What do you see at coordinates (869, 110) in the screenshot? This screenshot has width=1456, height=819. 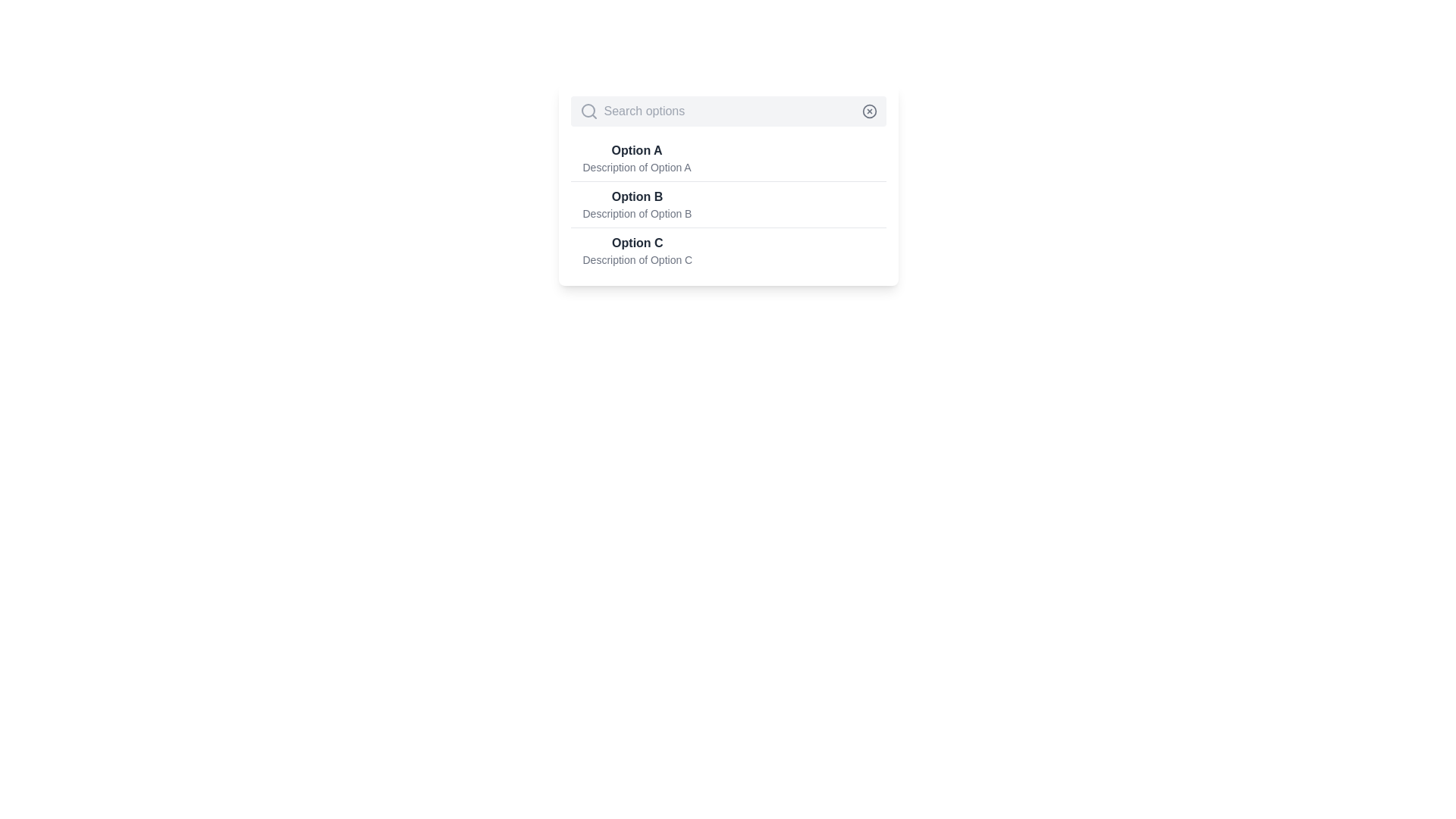 I see `the close button located at the rightmost position of the search bar to clear the input field or close the search interface` at bounding box center [869, 110].